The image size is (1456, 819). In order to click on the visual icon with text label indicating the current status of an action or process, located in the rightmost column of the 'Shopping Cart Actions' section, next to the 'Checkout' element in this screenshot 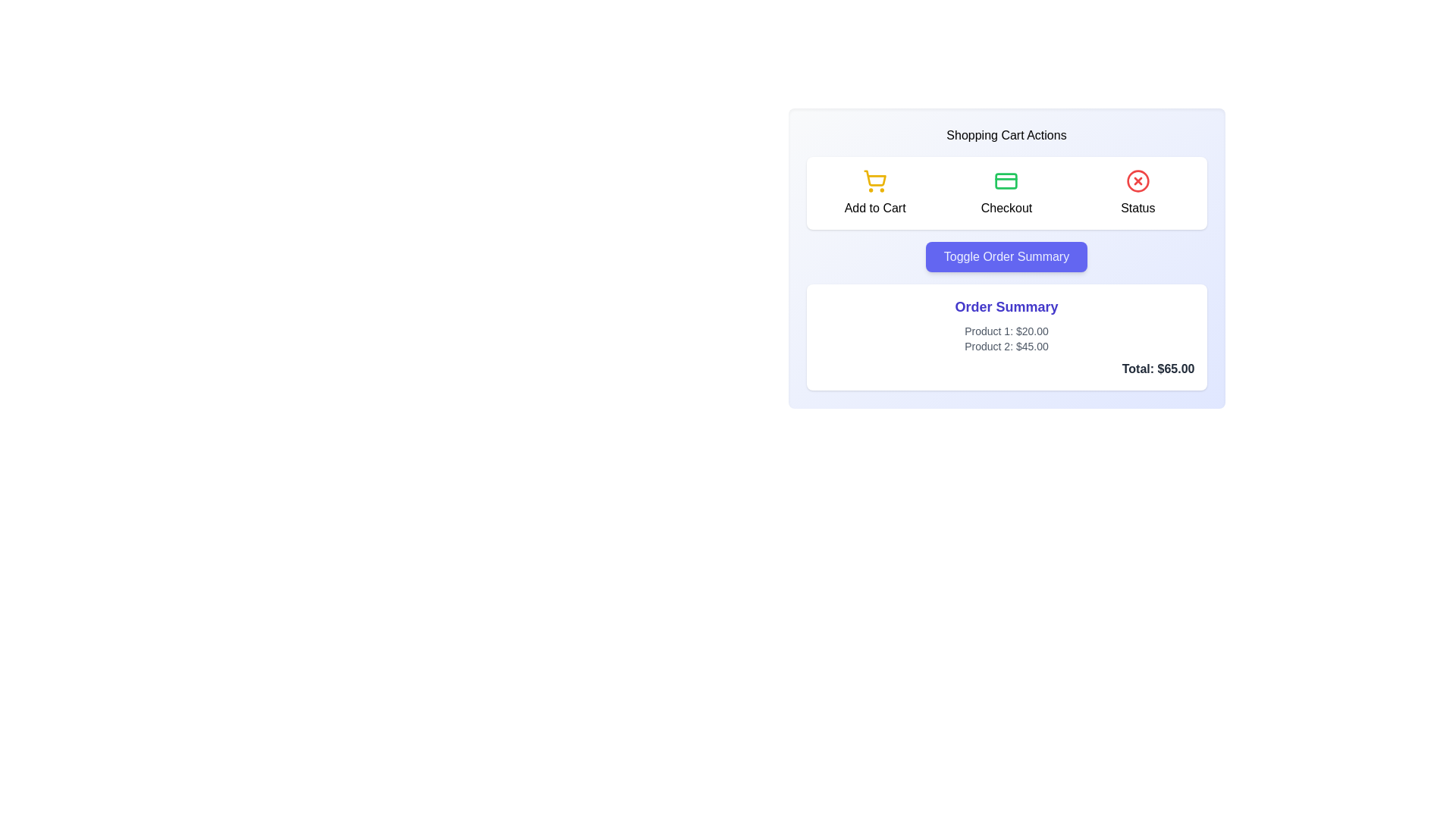, I will do `click(1137, 192)`.